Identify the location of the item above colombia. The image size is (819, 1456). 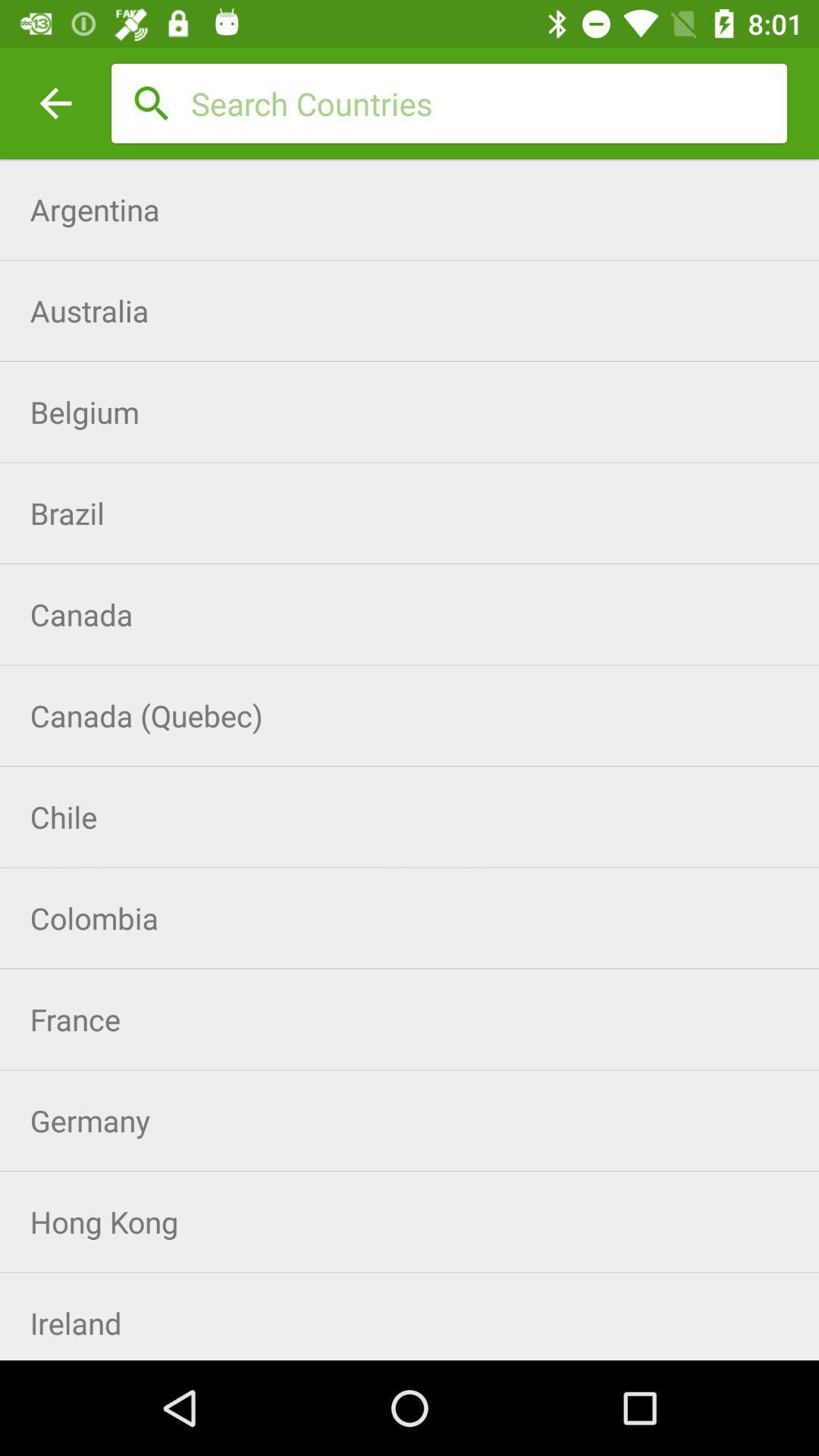
(409, 816).